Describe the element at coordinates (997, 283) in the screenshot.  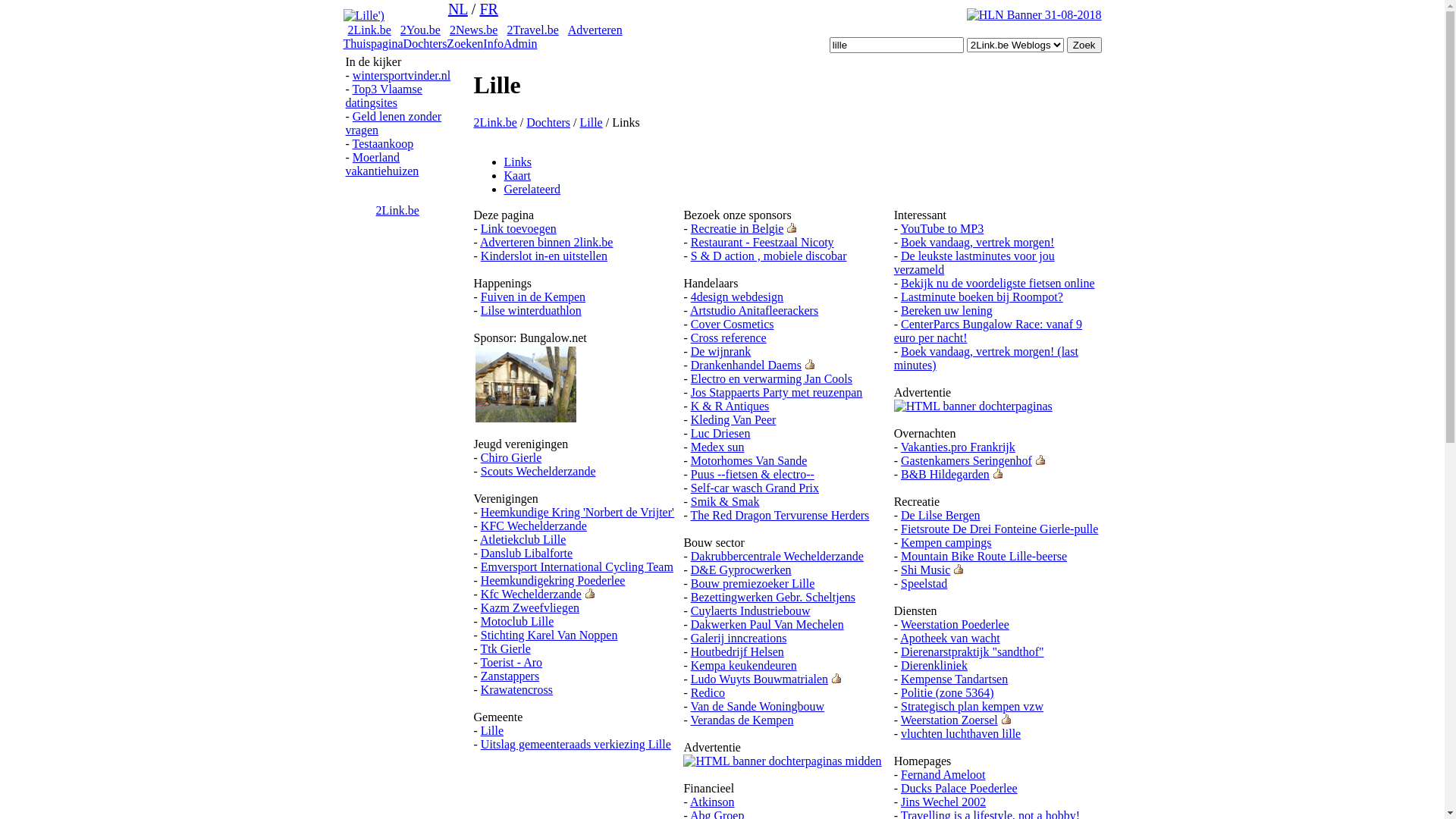
I see `'Bekijk nu de voordeligste fietsen online'` at that location.